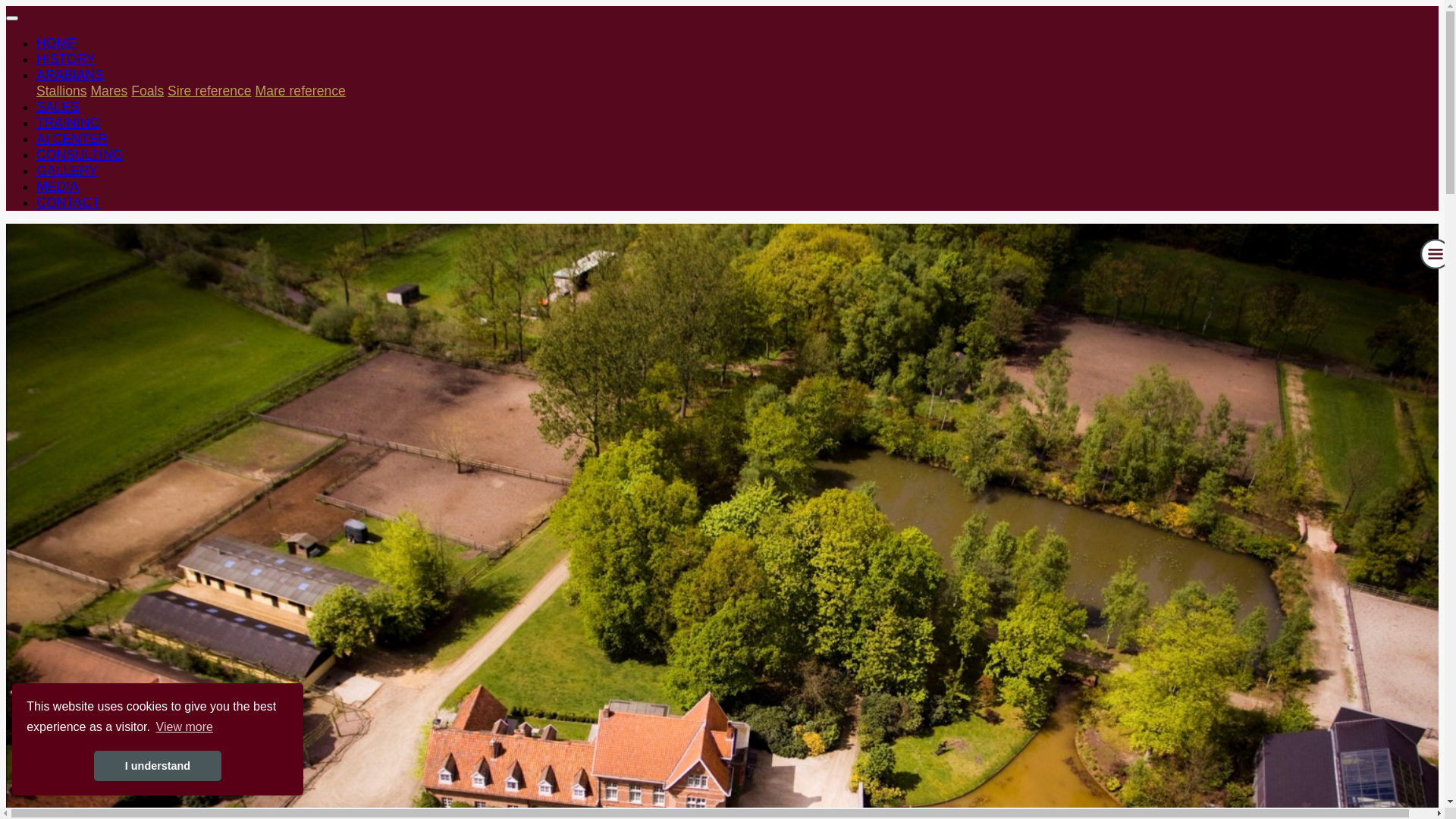 This screenshot has width=1456, height=819. I want to click on 'SALES', so click(58, 106).